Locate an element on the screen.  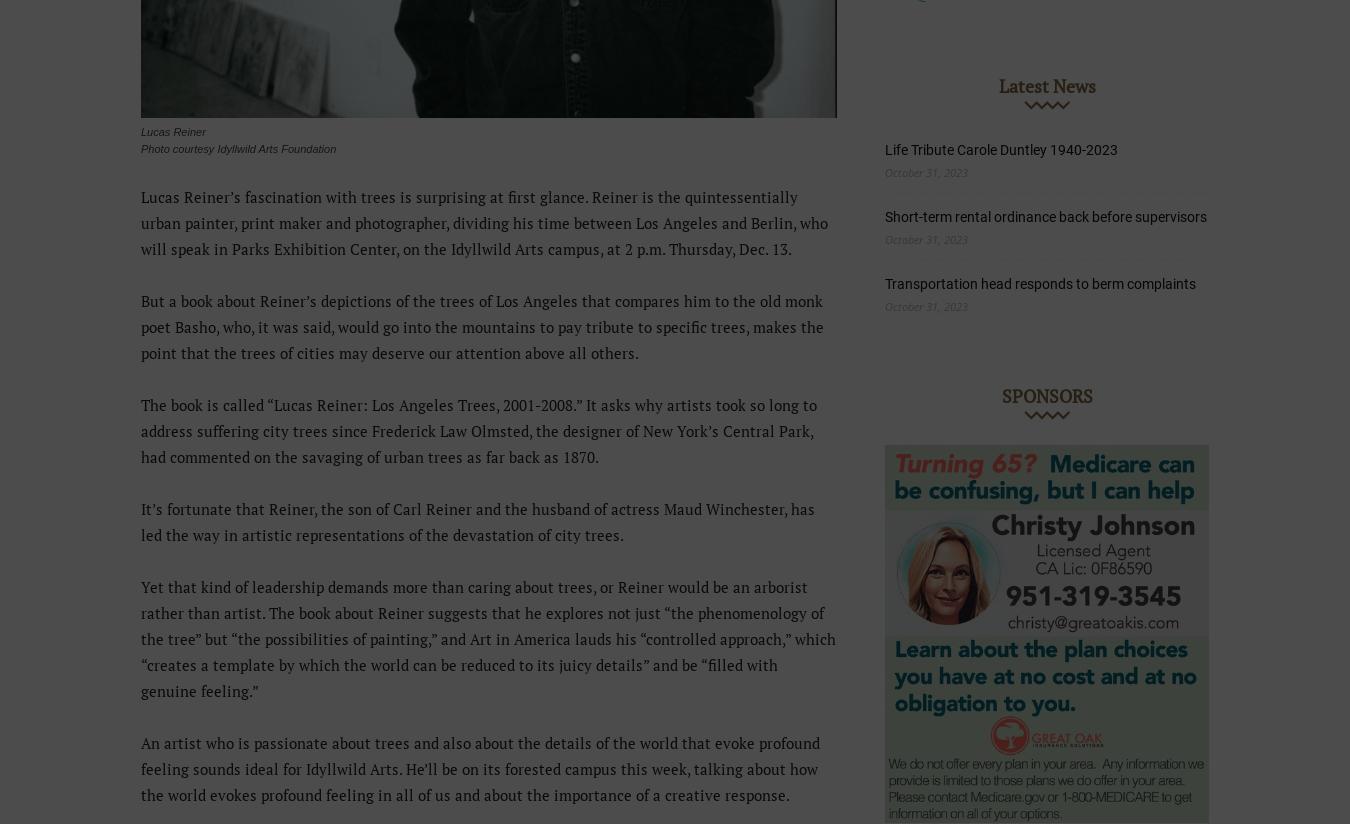
'Photo courtesy Idyllwild Arts Foundation' is located at coordinates (237, 147).